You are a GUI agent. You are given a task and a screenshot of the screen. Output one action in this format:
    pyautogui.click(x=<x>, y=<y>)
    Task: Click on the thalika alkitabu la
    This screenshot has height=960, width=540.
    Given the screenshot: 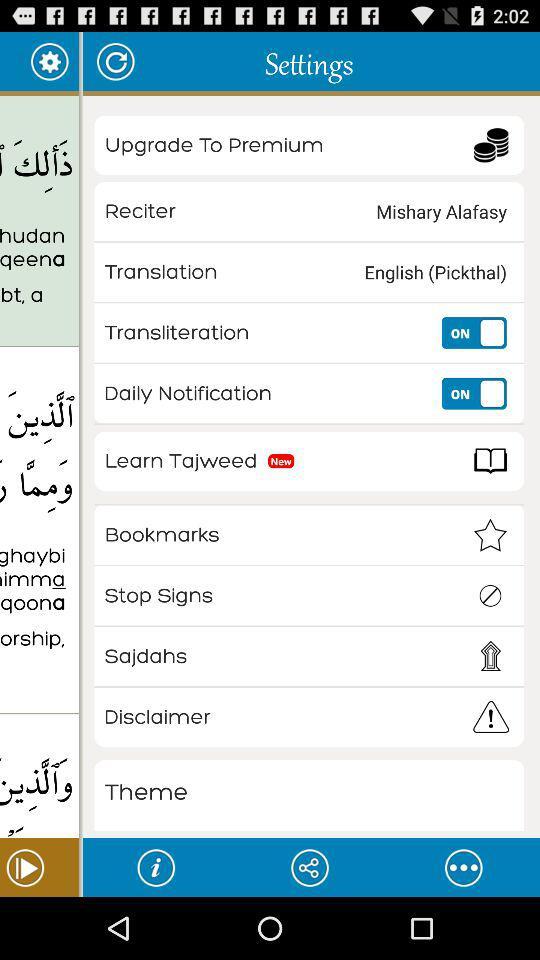 What is the action you would take?
    pyautogui.click(x=39, y=246)
    